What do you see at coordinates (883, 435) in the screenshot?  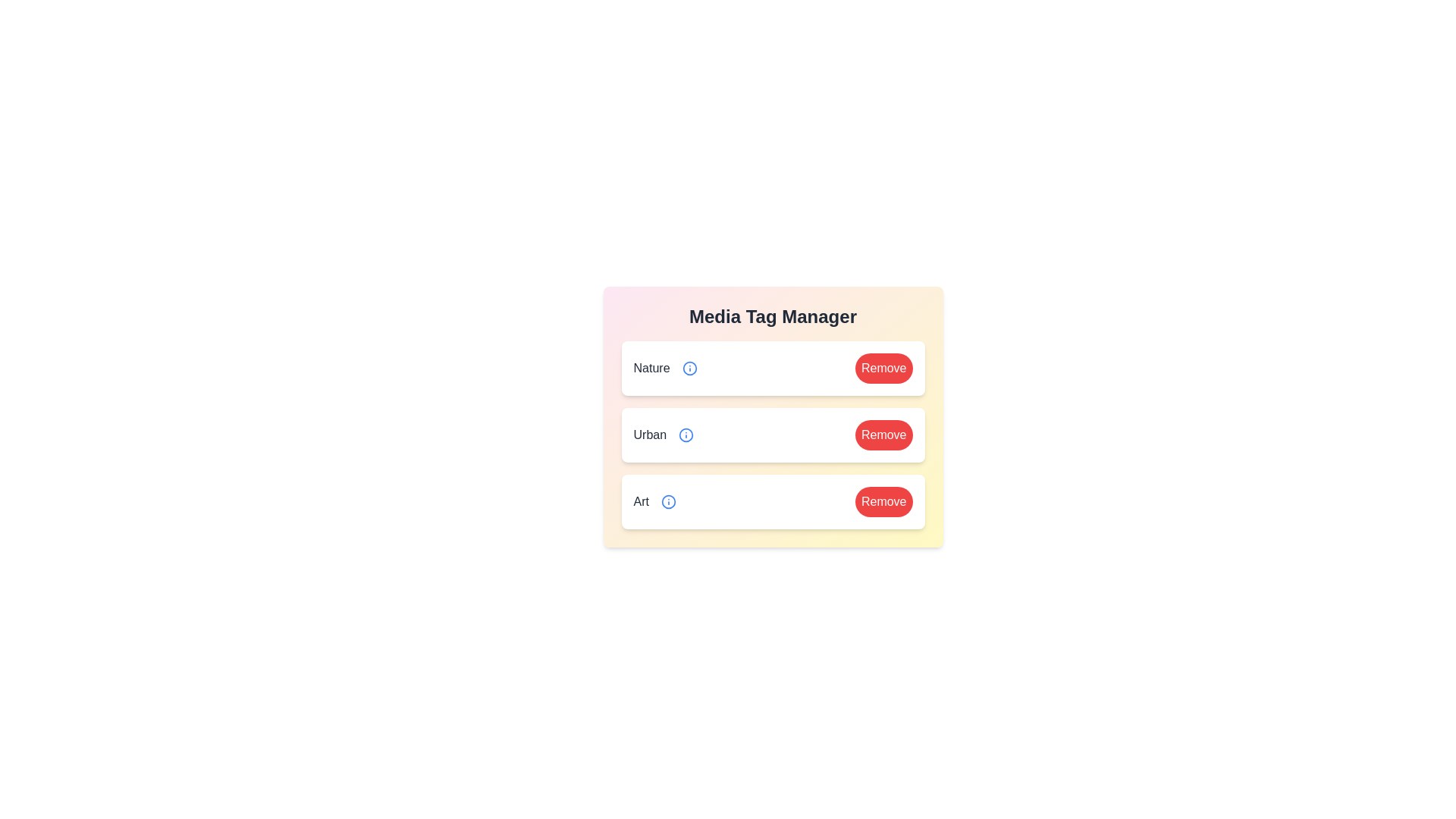 I see `'Remove' button for the tag Urban` at bounding box center [883, 435].